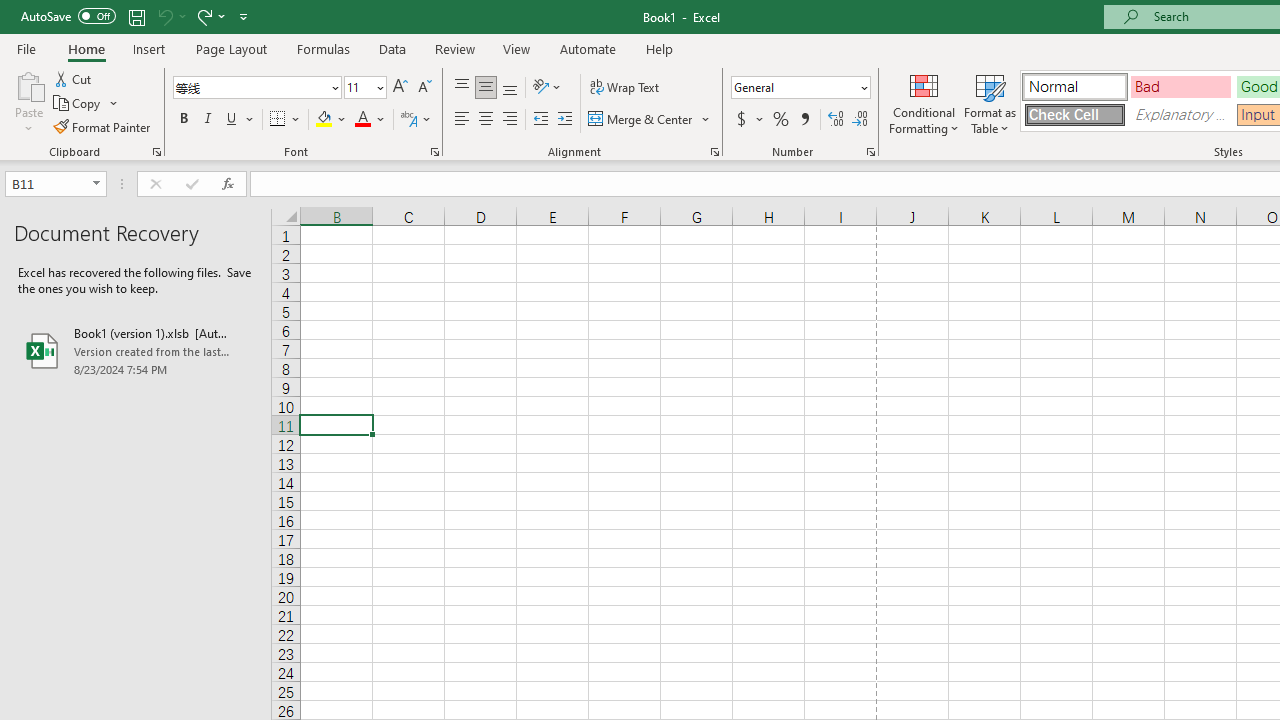 This screenshot has width=1280, height=720. I want to click on 'Comma Style', so click(805, 119).